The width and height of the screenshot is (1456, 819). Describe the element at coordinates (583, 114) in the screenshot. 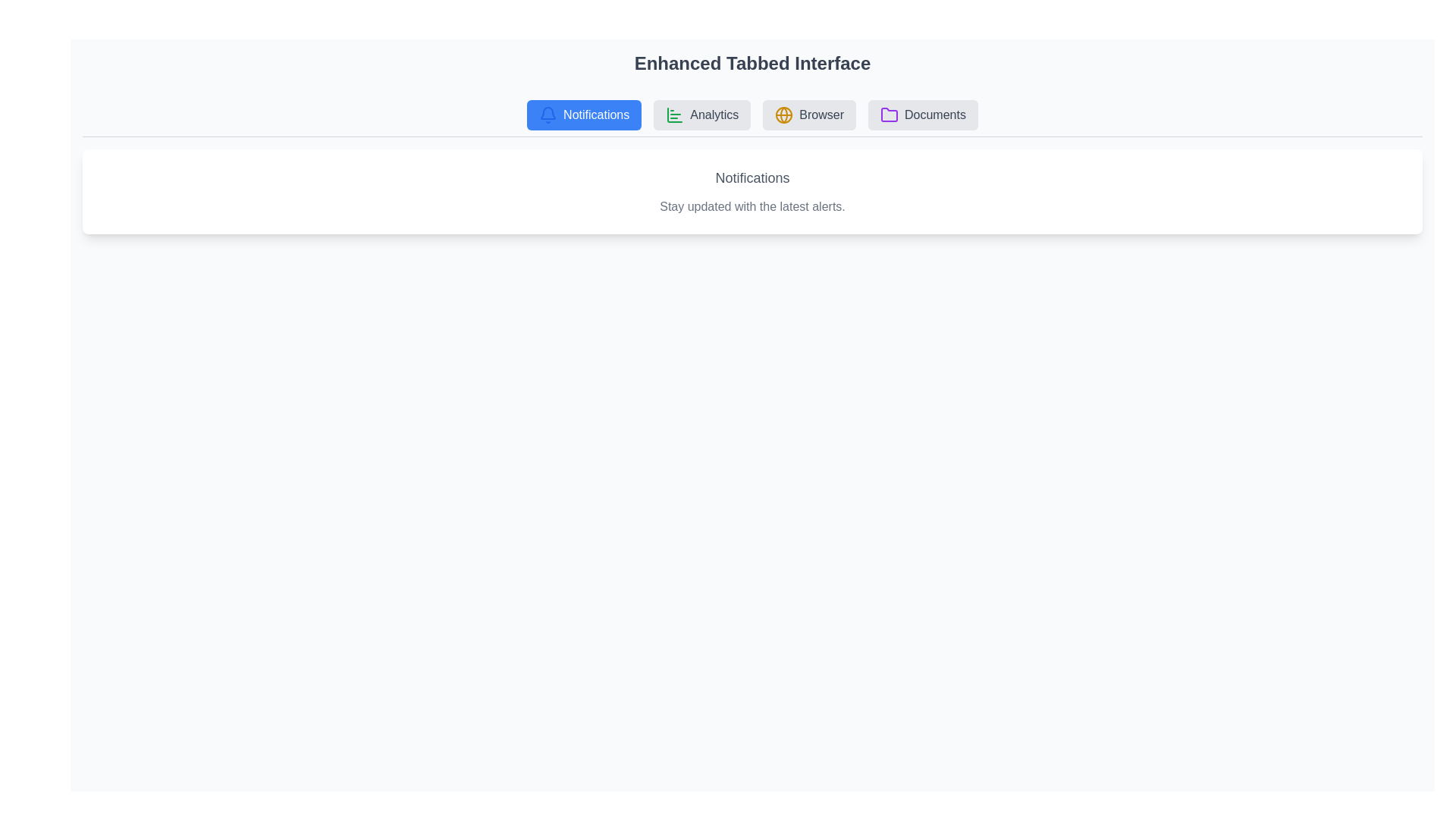

I see `the active 'Notifications' tab to confirm interaction` at that location.